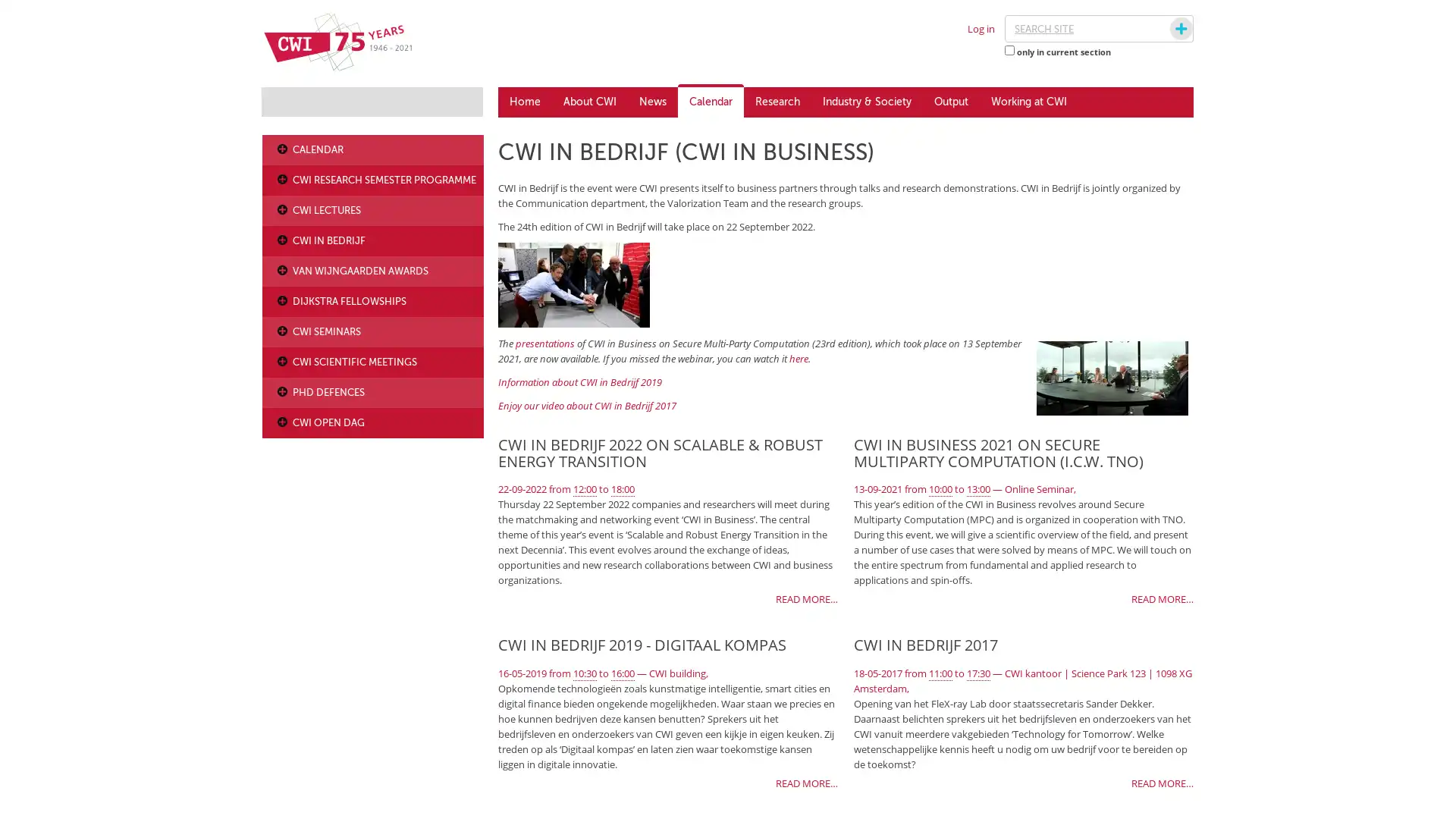 The image size is (1456, 819). Describe the element at coordinates (1166, 29) in the screenshot. I see `Search` at that location.